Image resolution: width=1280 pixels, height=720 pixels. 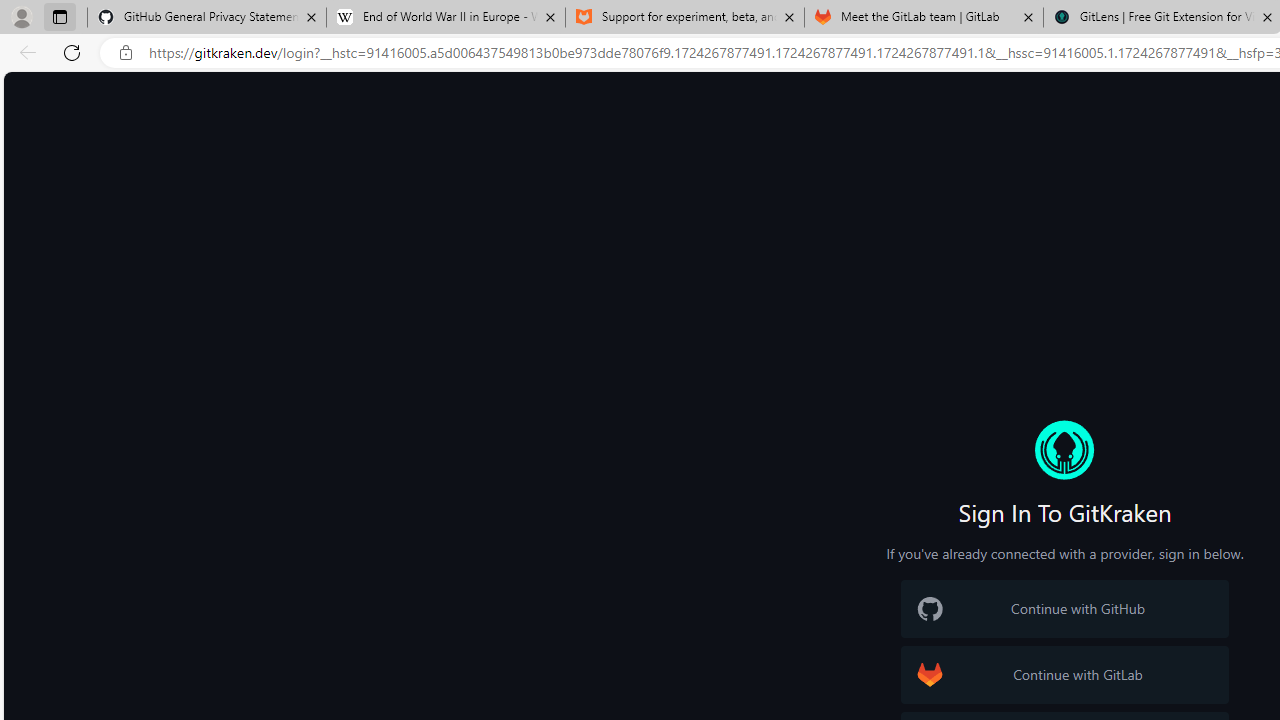 What do you see at coordinates (1063, 675) in the screenshot?
I see `'GitLab Logo Continue with GitLab'` at bounding box center [1063, 675].